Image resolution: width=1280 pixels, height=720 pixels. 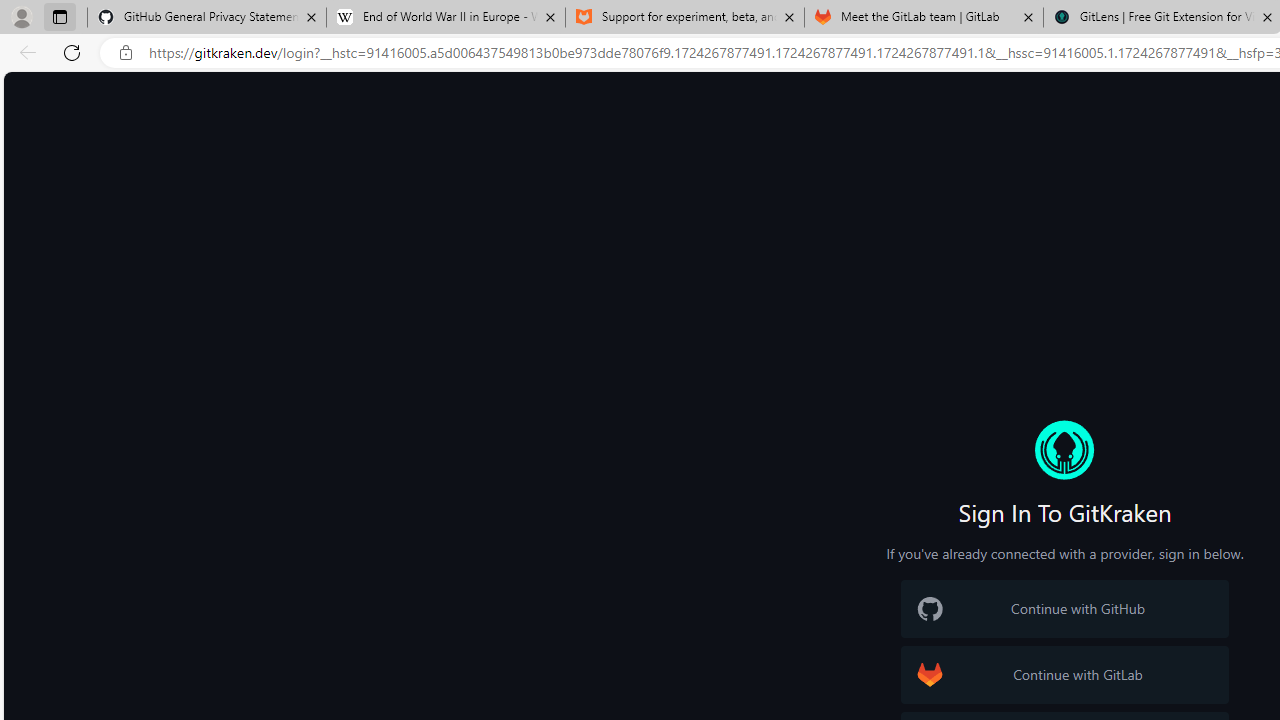 What do you see at coordinates (1063, 675) in the screenshot?
I see `'GitLab Logo Continue with GitLab'` at bounding box center [1063, 675].